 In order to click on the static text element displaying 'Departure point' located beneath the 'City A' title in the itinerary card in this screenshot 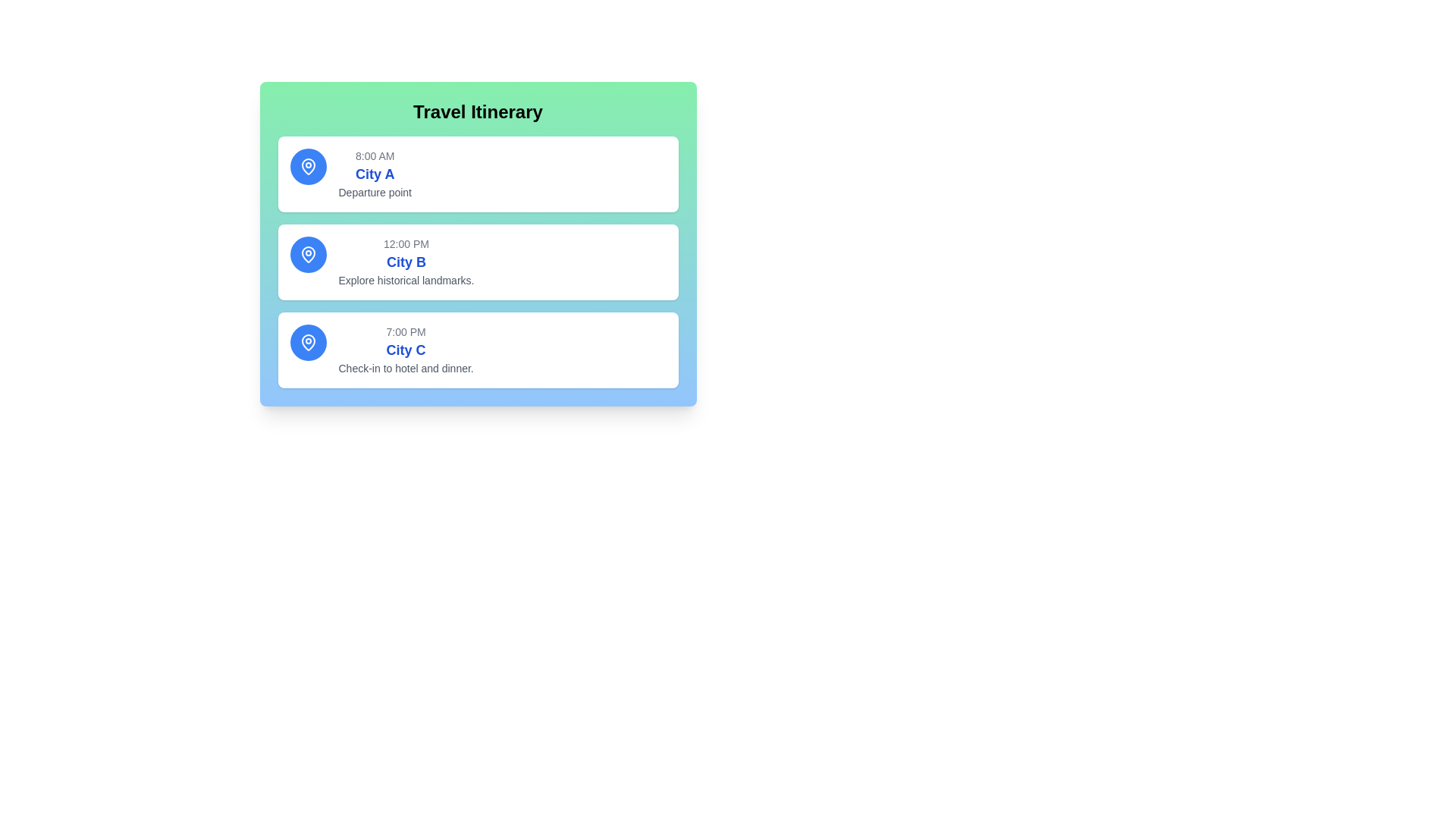, I will do `click(375, 192)`.